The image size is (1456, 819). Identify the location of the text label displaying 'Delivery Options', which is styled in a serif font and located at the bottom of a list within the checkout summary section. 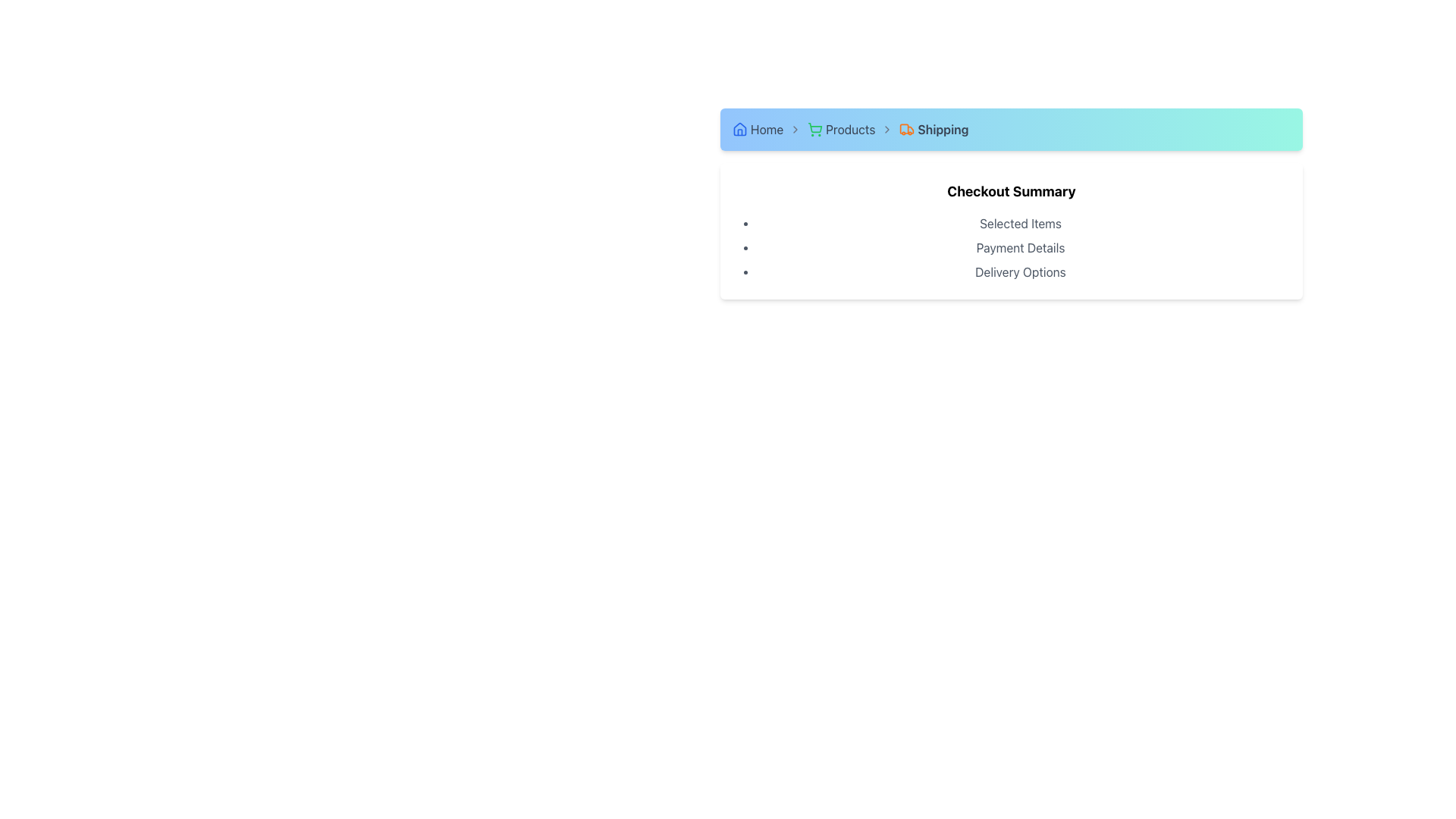
(1020, 271).